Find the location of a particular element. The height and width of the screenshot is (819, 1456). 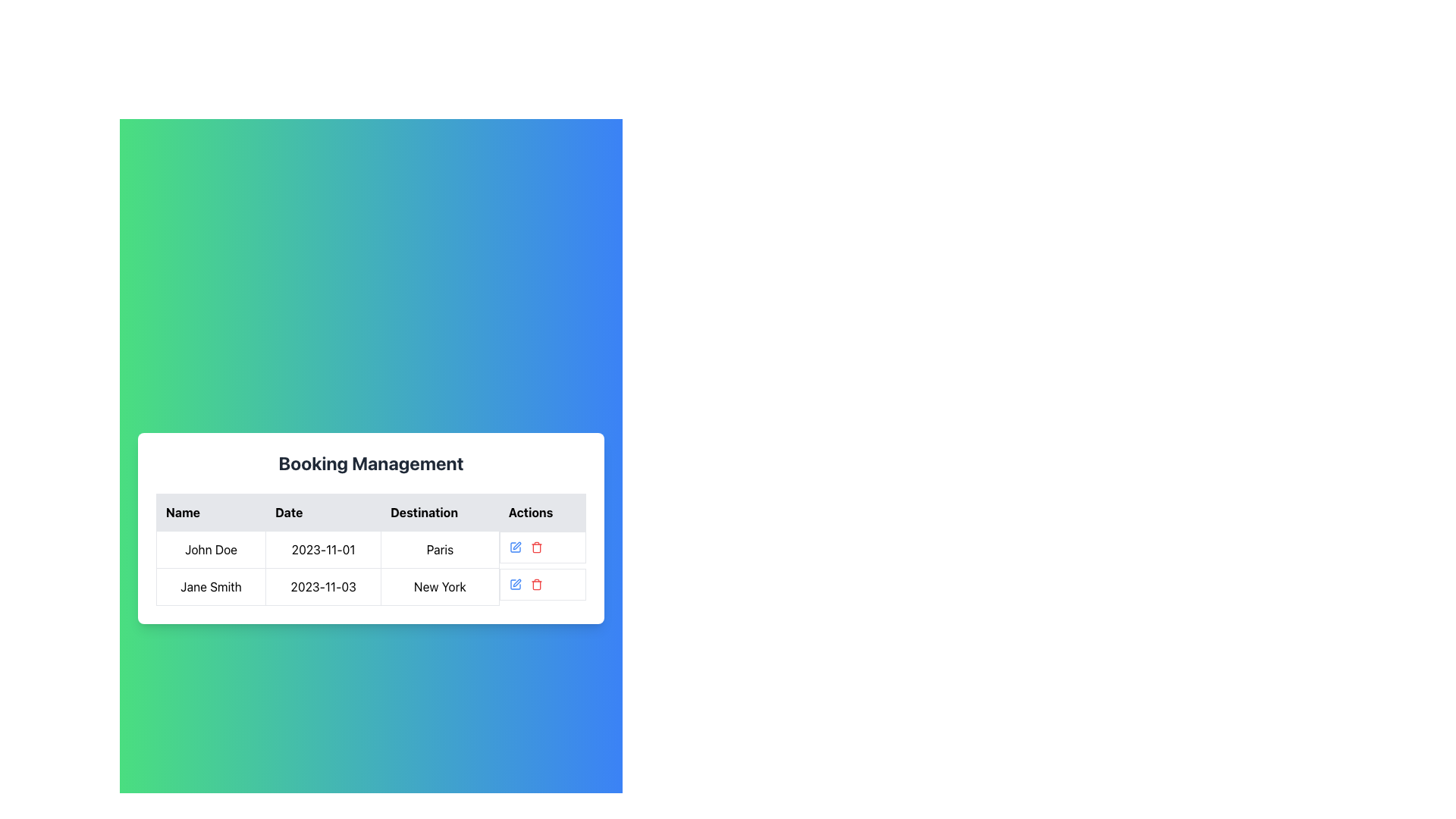

the second Vector icon in the 'Actions' column of the booking details row for 'Jane Smith', which represents an editing action is located at coordinates (516, 582).